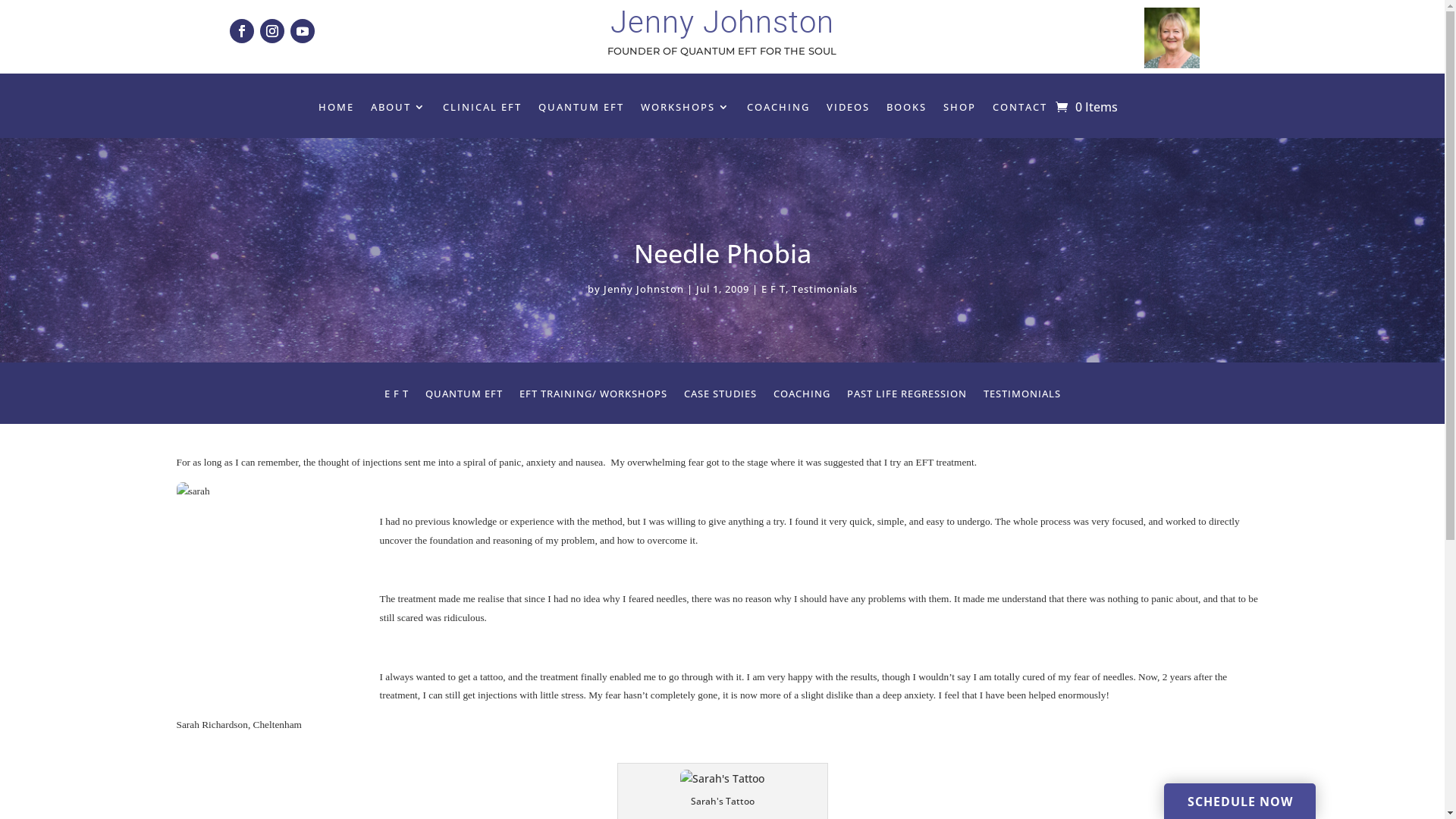  What do you see at coordinates (906, 109) in the screenshot?
I see `'BOOKS'` at bounding box center [906, 109].